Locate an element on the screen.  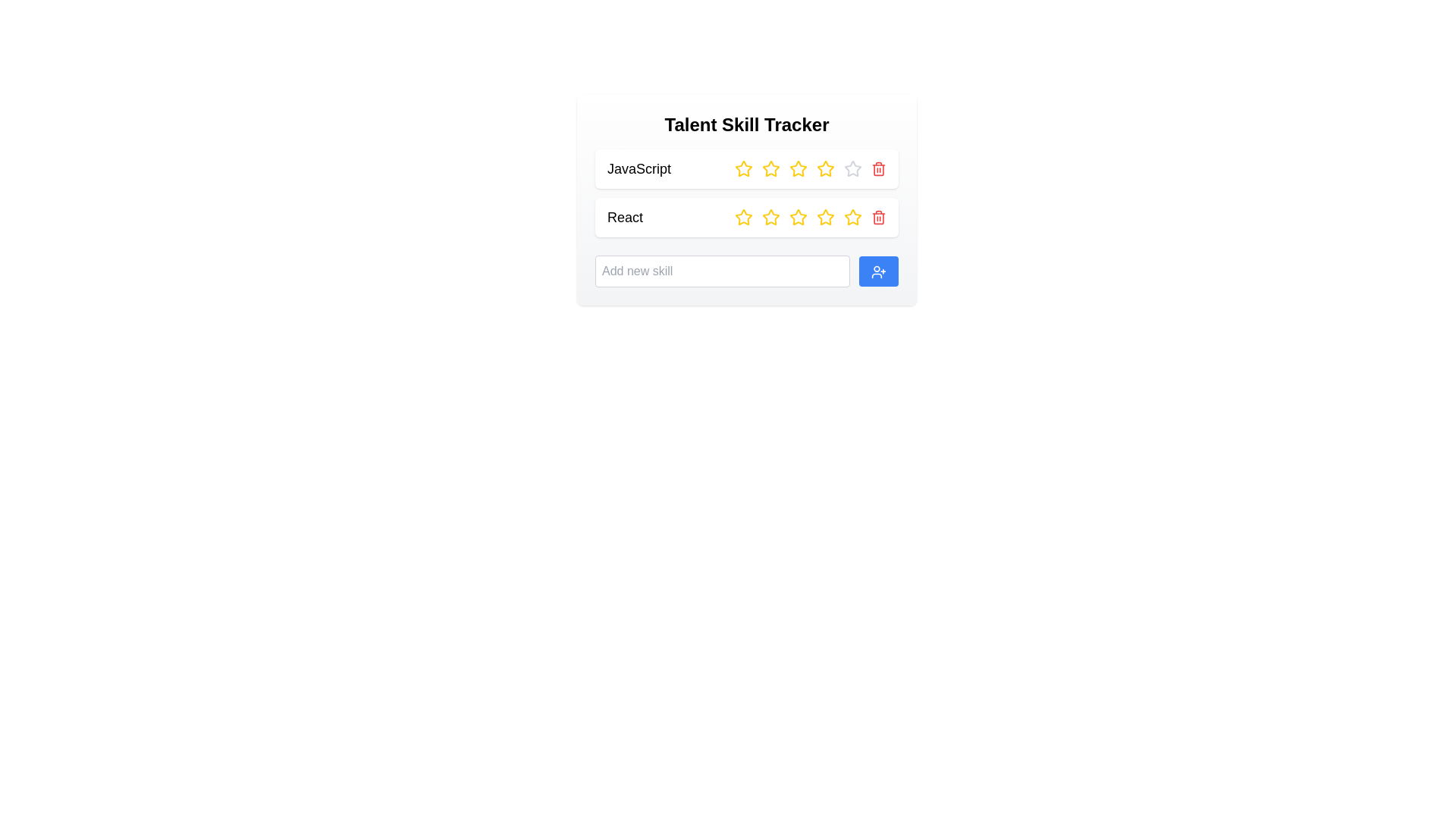
the third yellow star-shaped icon representing the 'React' skill in the Talent Skill Tracker interface is located at coordinates (825, 217).